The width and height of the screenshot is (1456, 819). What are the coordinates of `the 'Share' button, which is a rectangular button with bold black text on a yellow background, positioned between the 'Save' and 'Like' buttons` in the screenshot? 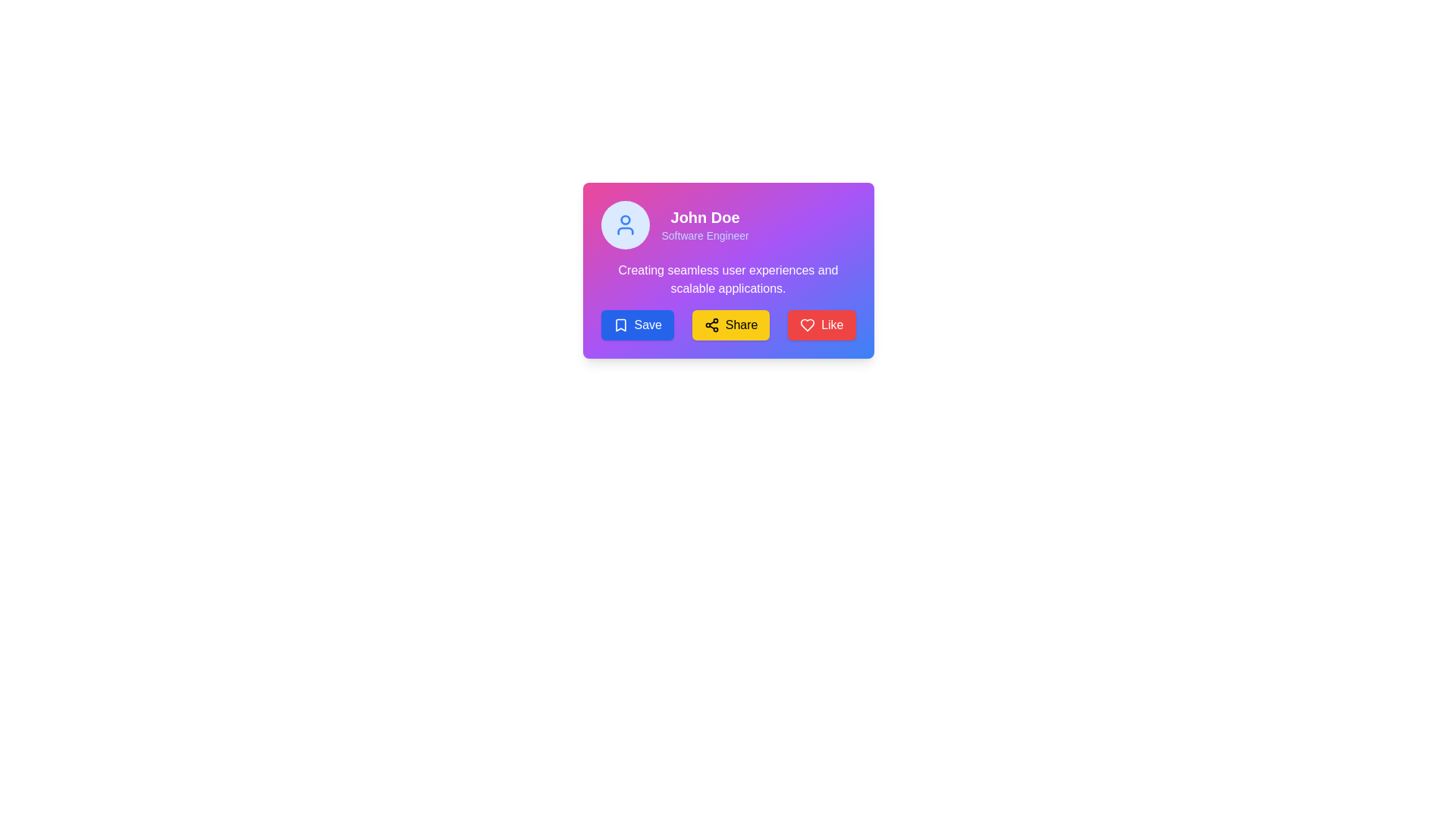 It's located at (731, 324).